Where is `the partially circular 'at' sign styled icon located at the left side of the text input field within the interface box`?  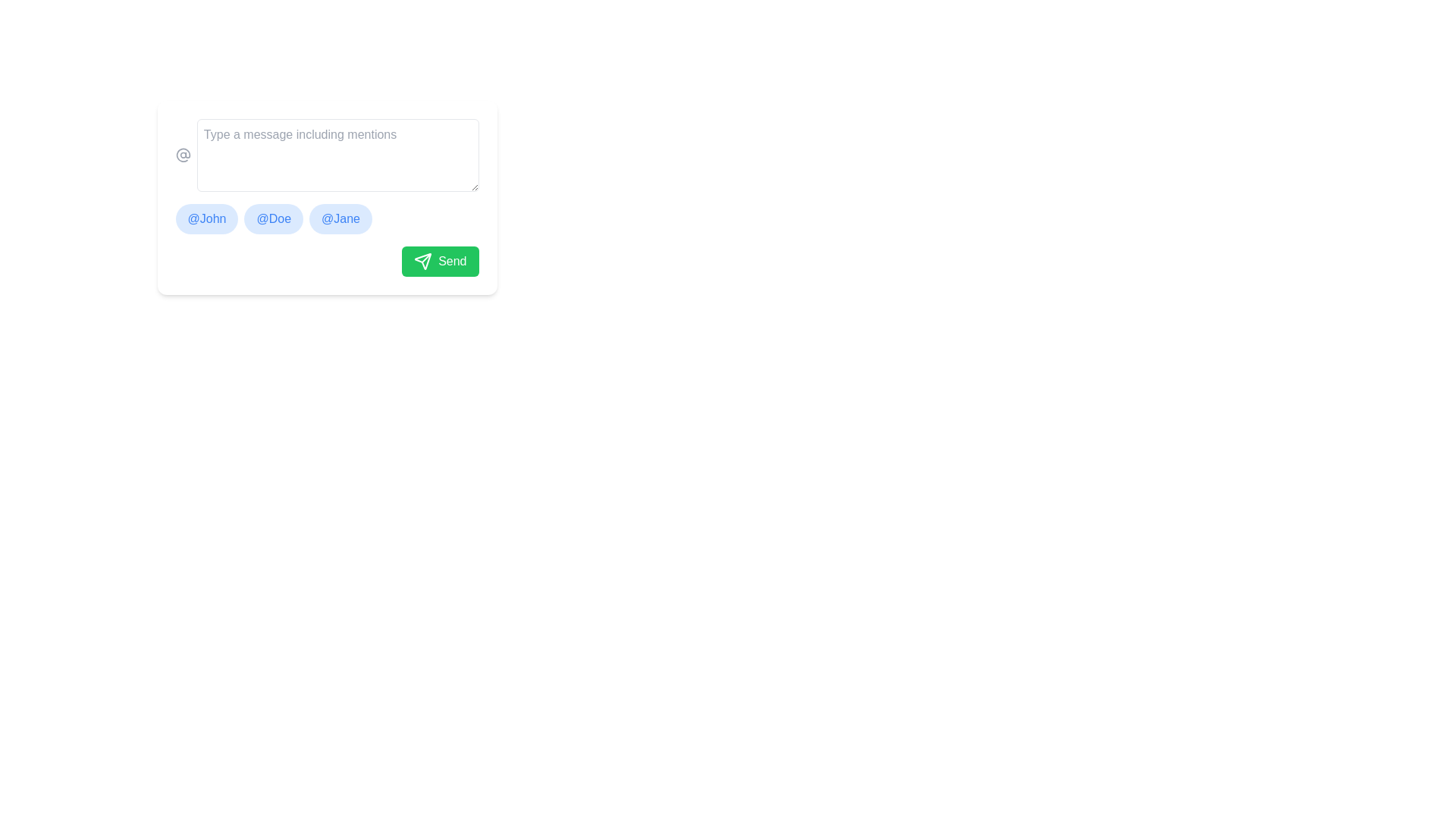 the partially circular 'at' sign styled icon located at the left side of the text input field within the interface box is located at coordinates (182, 155).